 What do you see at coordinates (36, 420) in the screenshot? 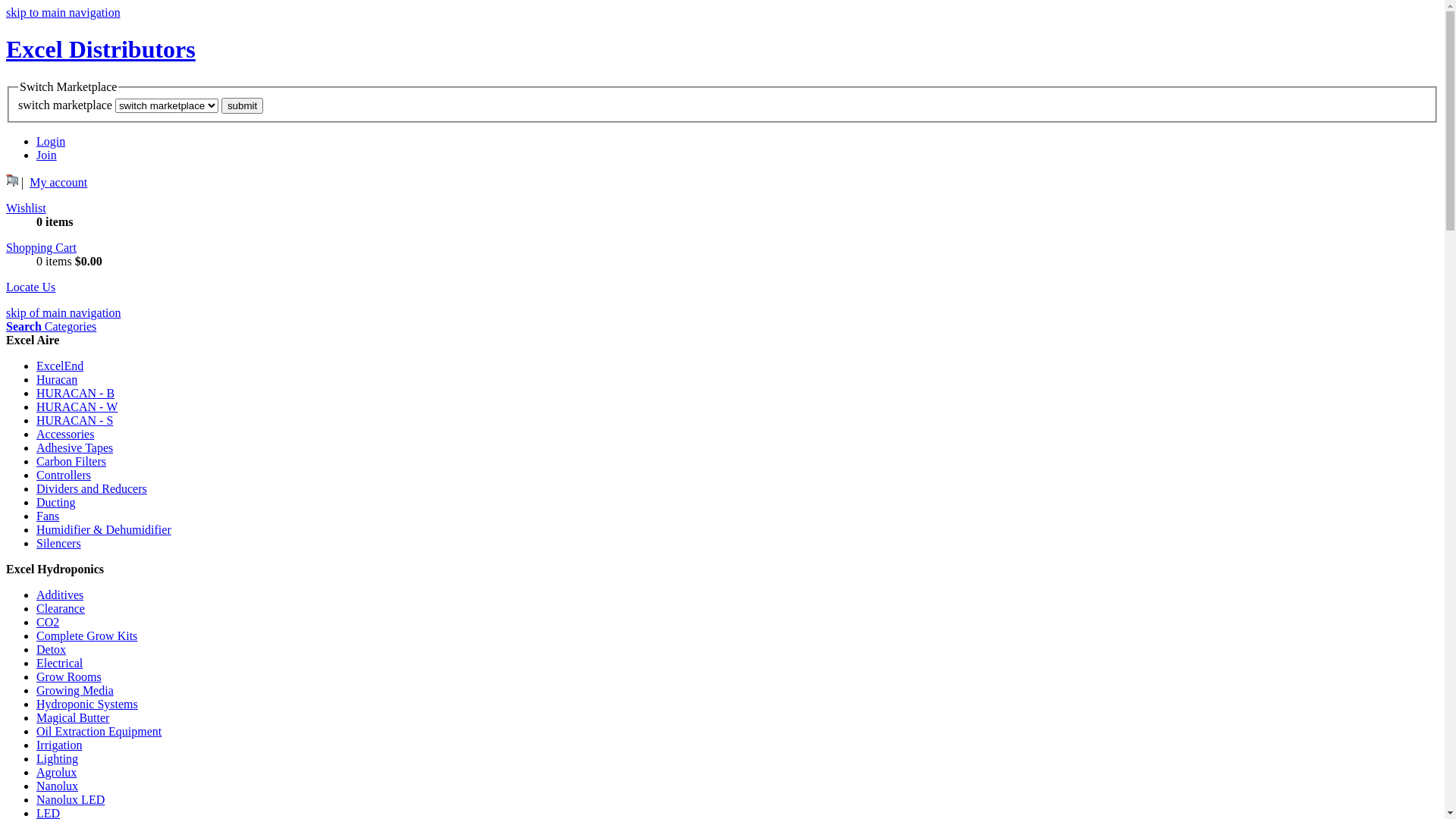
I see `'HURACAN - S'` at bounding box center [36, 420].